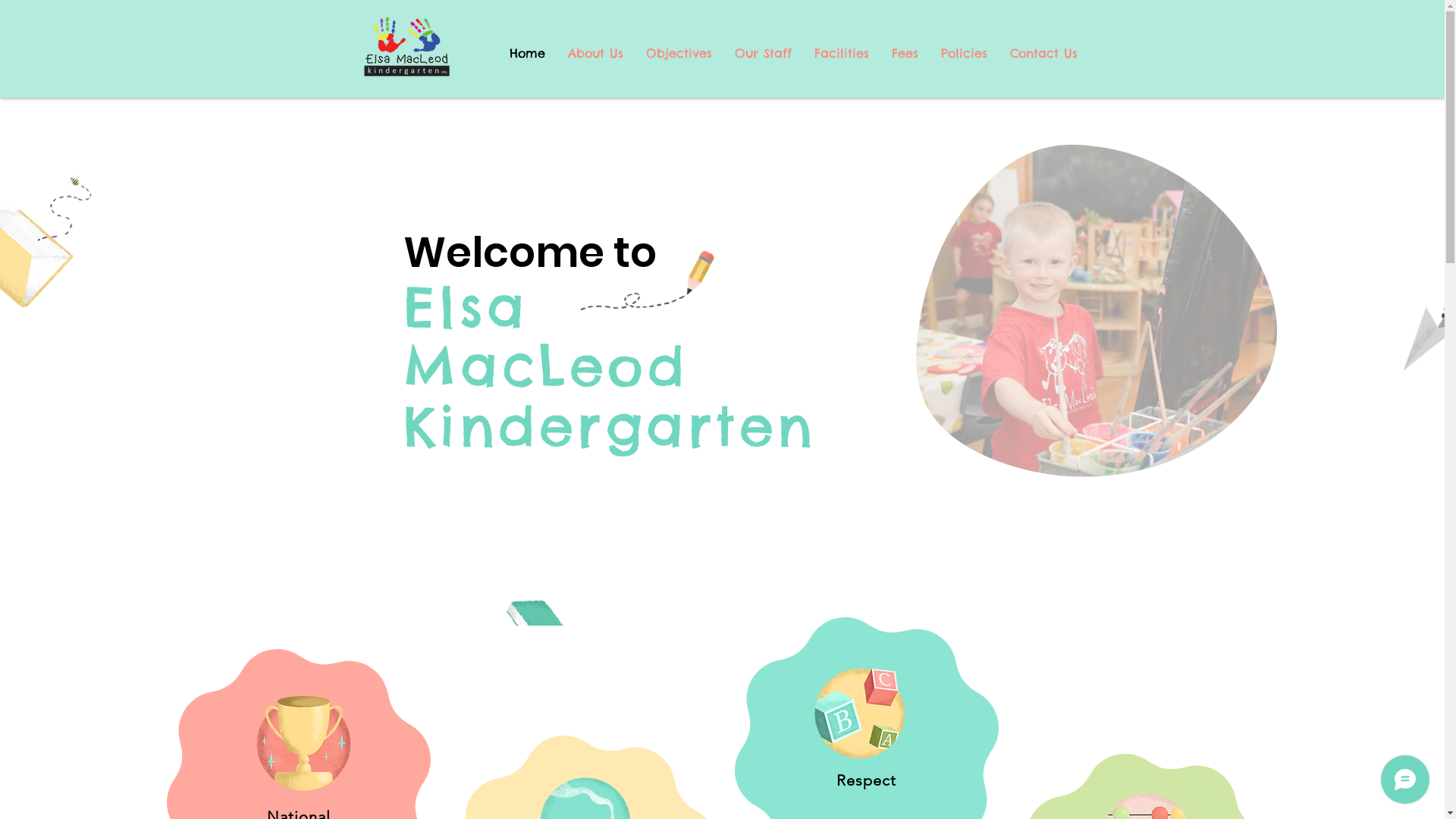 The height and width of the screenshot is (819, 1456). I want to click on 'About Us', so click(595, 52).